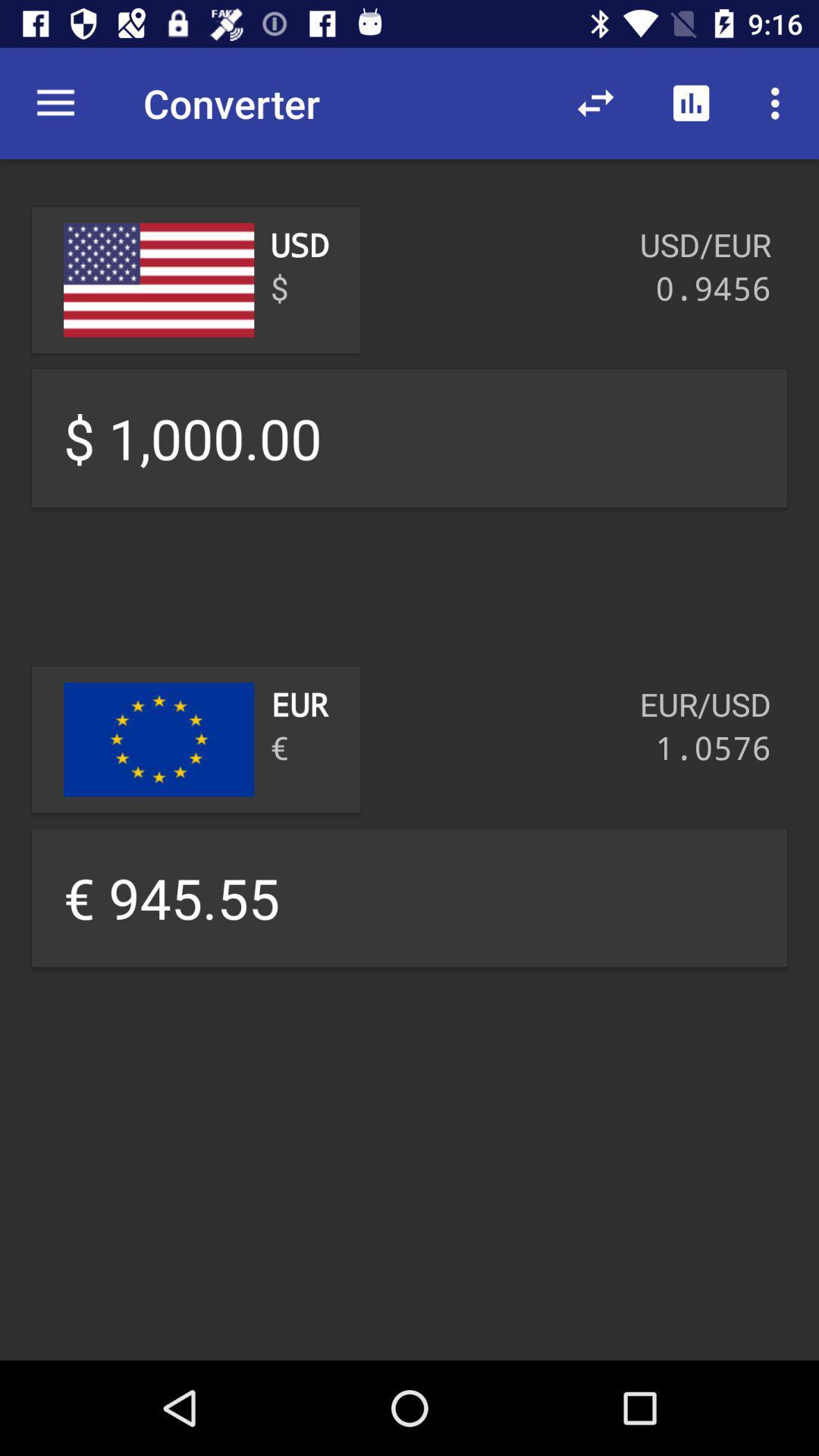  I want to click on the 2nd image on the web page, so click(158, 739).